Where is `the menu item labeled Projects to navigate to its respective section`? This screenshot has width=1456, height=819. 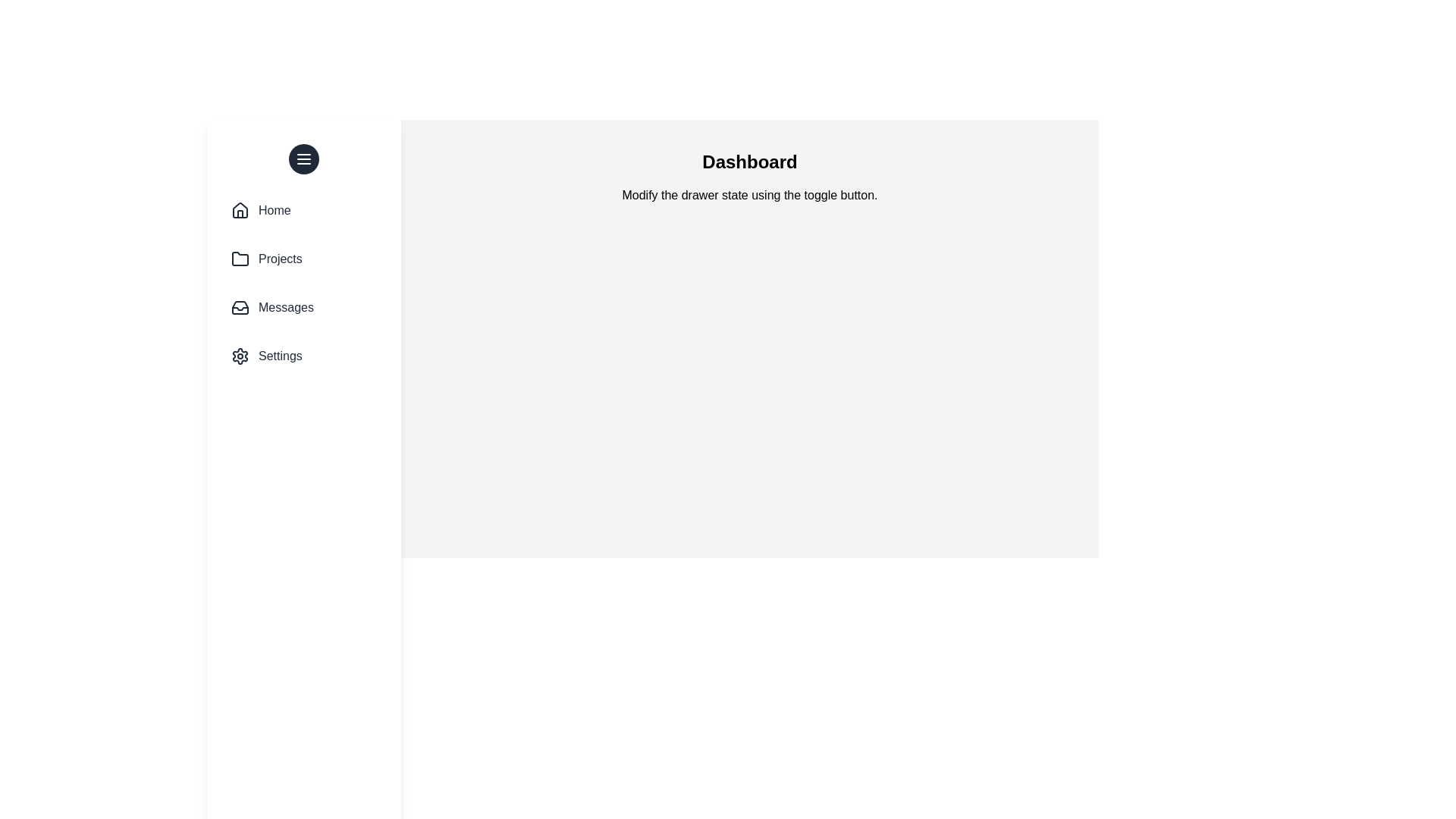
the menu item labeled Projects to navigate to its respective section is located at coordinates (303, 259).